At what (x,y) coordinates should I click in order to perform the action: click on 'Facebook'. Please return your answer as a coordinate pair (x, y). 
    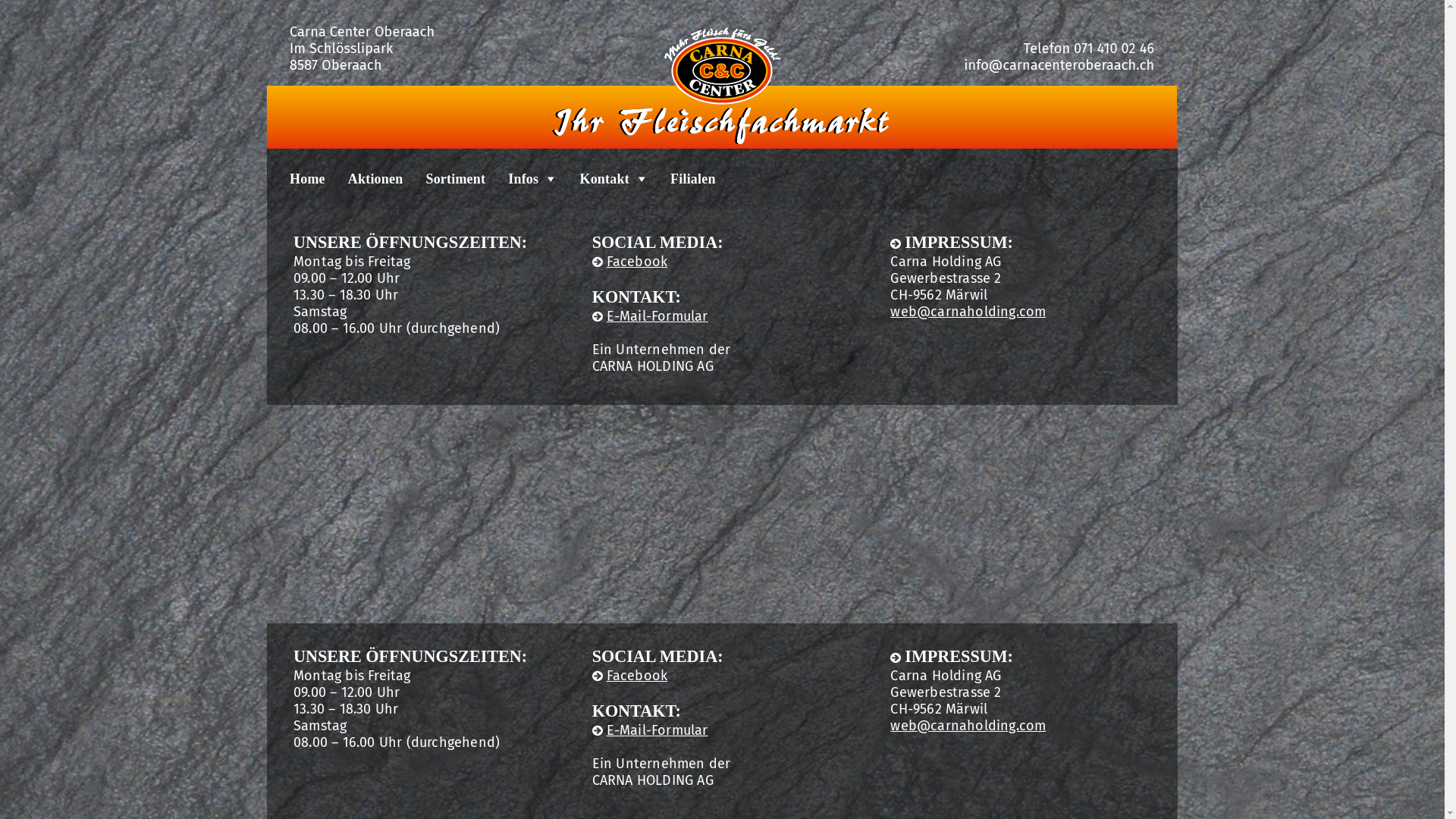
    Looking at the image, I should click on (591, 260).